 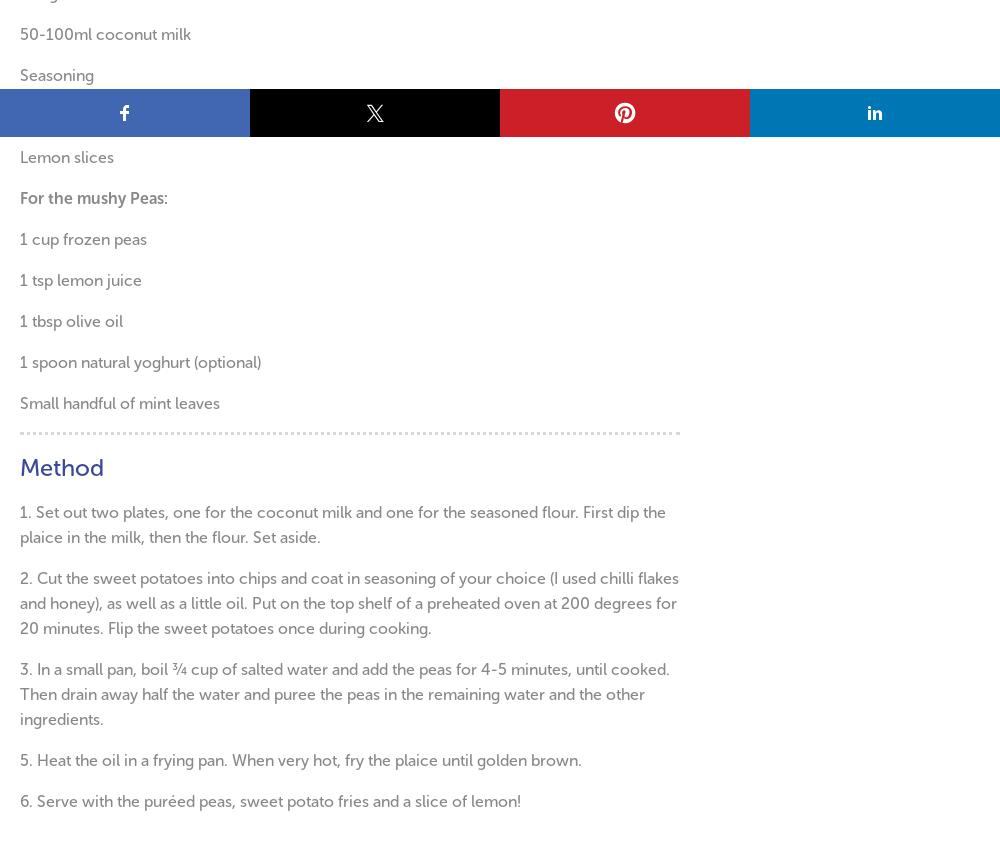 What do you see at coordinates (309, 759) in the screenshot?
I see `'Heat the oil in a frying pan. When very hot, fry the plaice until golden brown.'` at bounding box center [309, 759].